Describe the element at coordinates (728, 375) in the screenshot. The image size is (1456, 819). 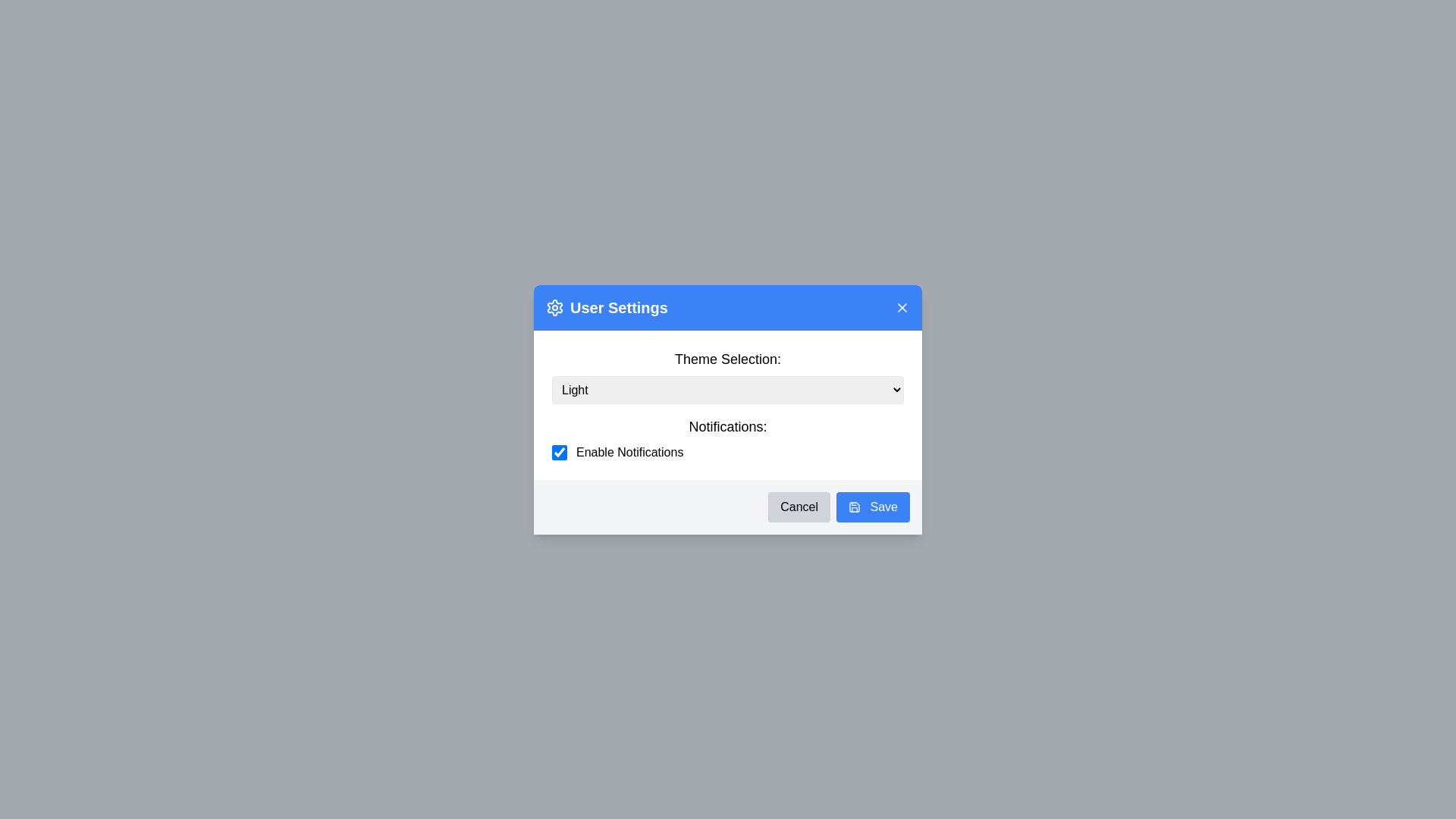
I see `the Dropdown menu for selecting a theme located below the title 'User Settings' in the modal interface` at that location.